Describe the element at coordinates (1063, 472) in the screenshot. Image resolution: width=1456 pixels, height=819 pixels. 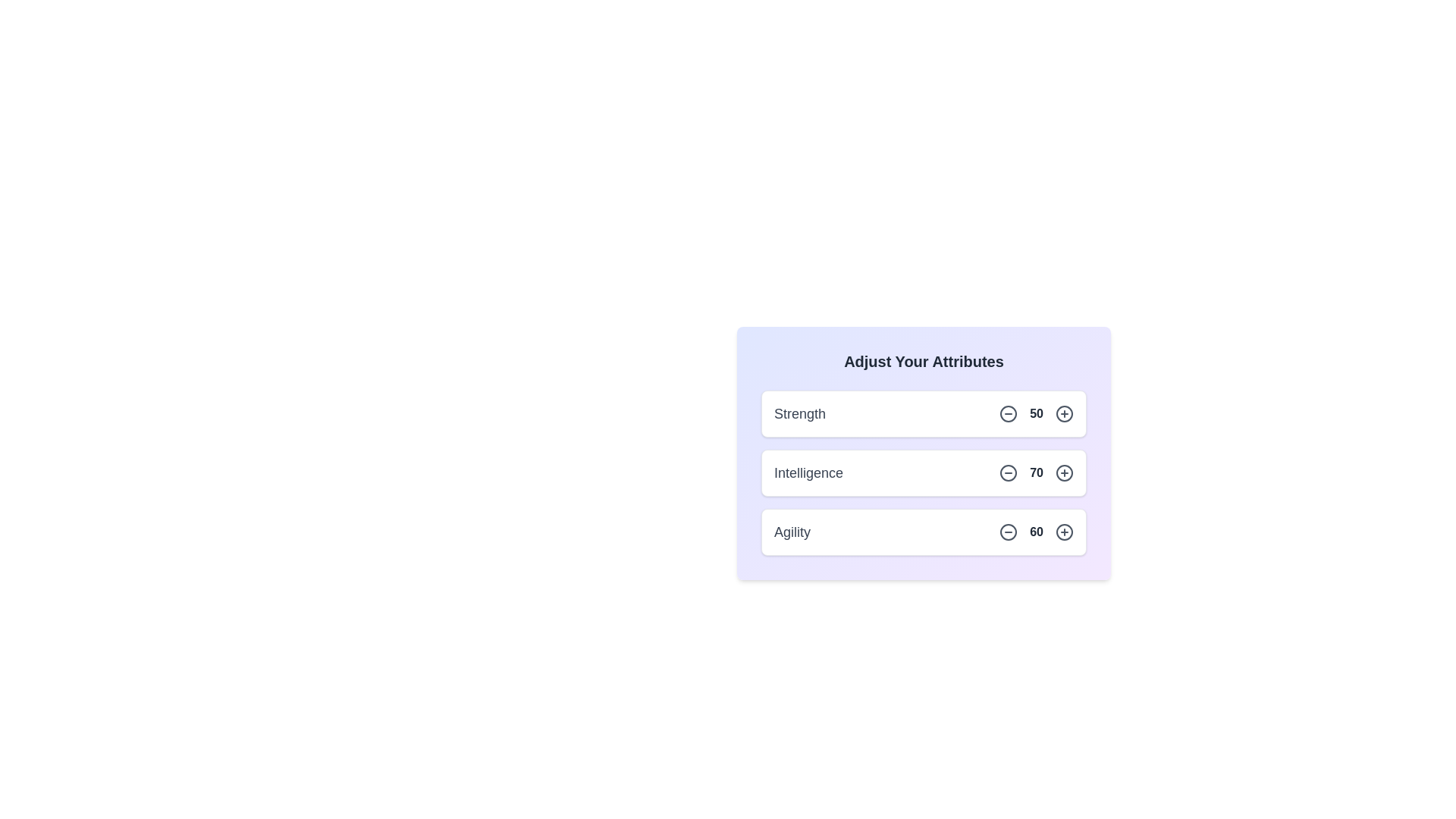
I see `the plus icon for the attribute Intelligence to increase its value` at that location.